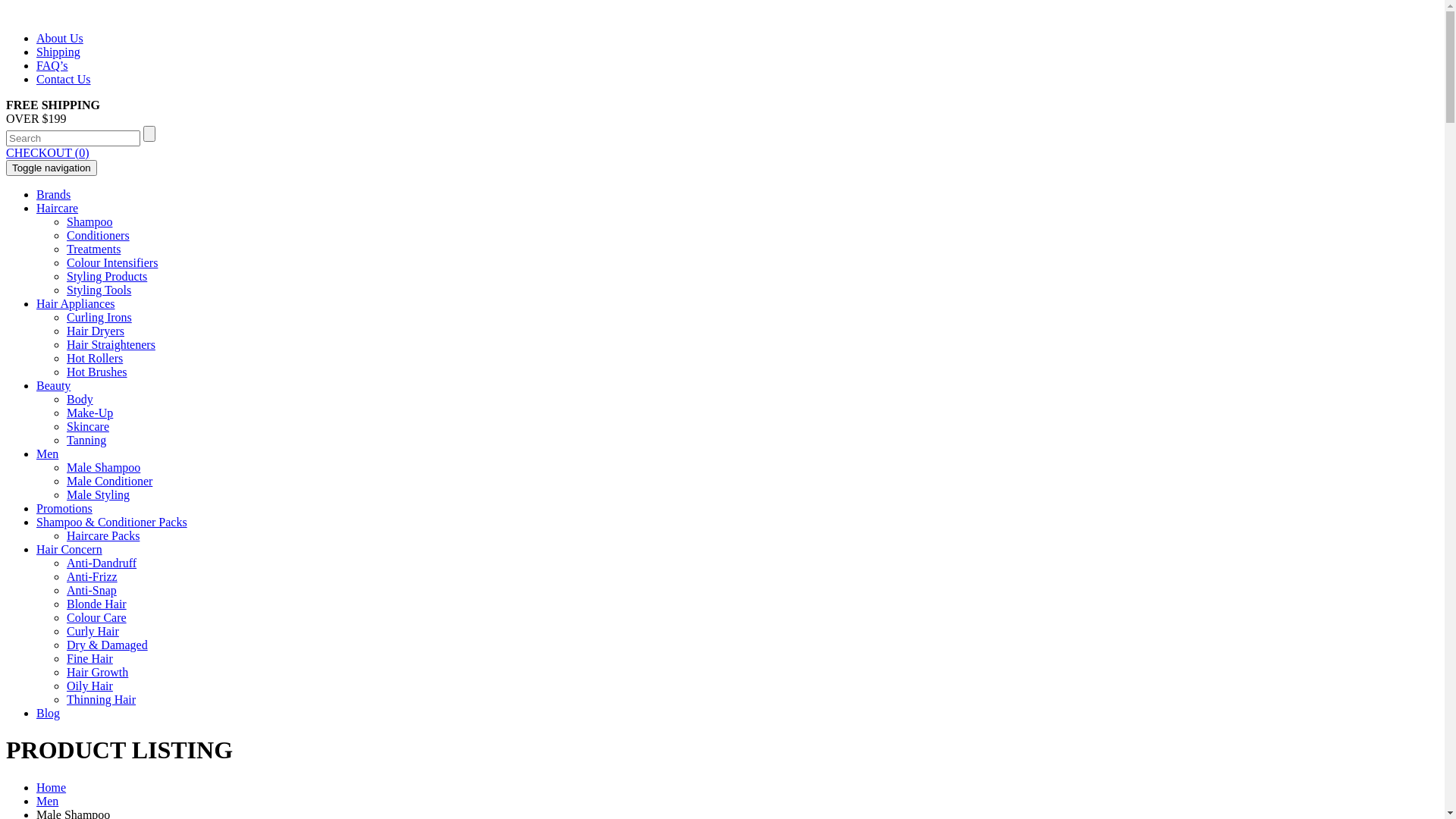 The width and height of the screenshot is (1456, 819). What do you see at coordinates (102, 466) in the screenshot?
I see `'Male Shampoo'` at bounding box center [102, 466].